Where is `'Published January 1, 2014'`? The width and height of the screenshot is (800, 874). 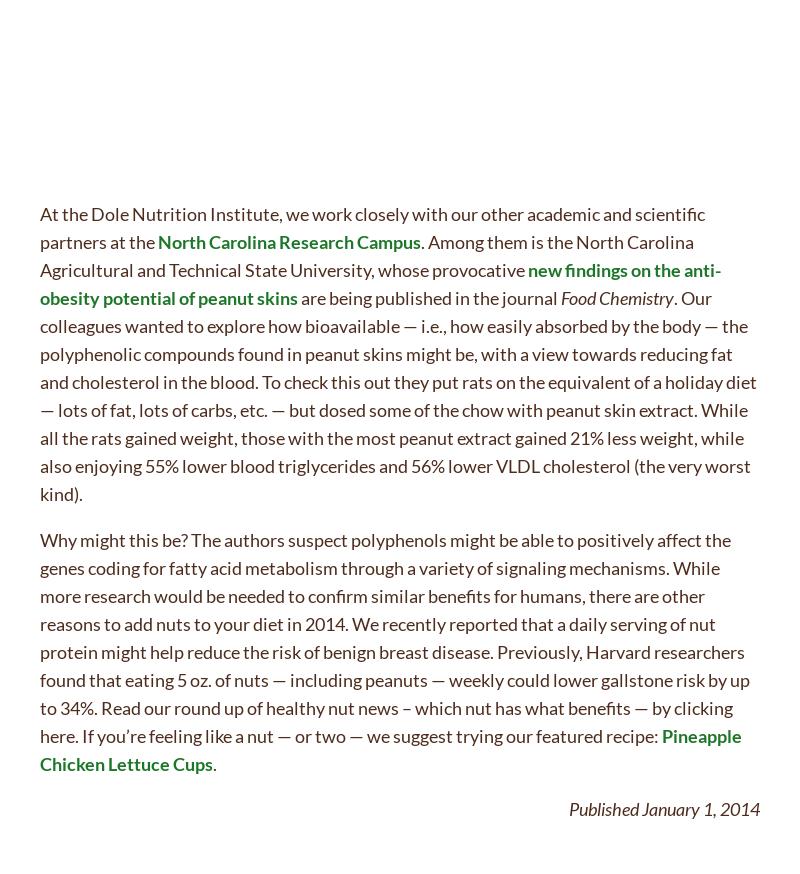 'Published January 1, 2014' is located at coordinates (663, 809).